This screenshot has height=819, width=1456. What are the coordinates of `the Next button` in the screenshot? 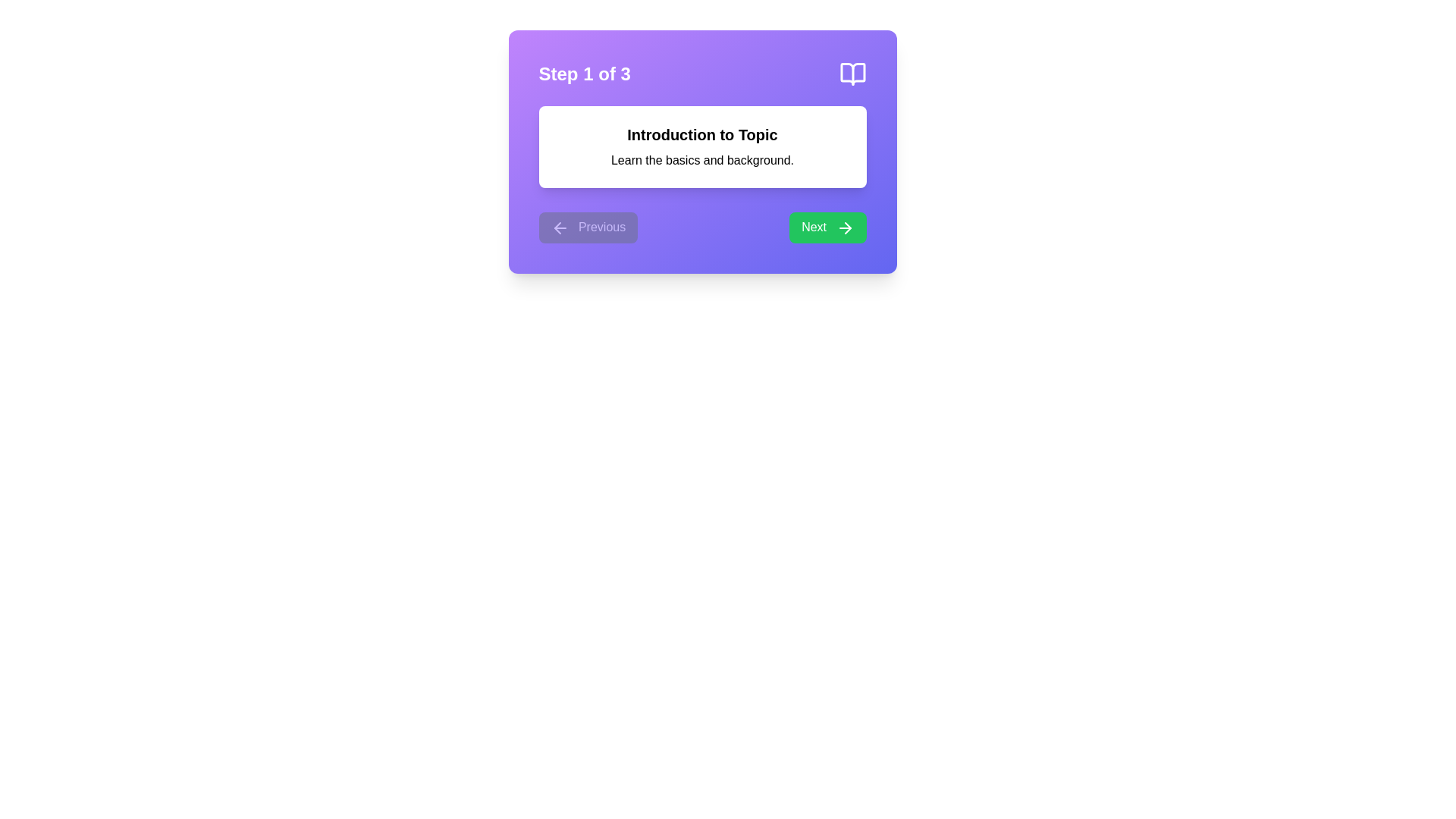 It's located at (827, 227).